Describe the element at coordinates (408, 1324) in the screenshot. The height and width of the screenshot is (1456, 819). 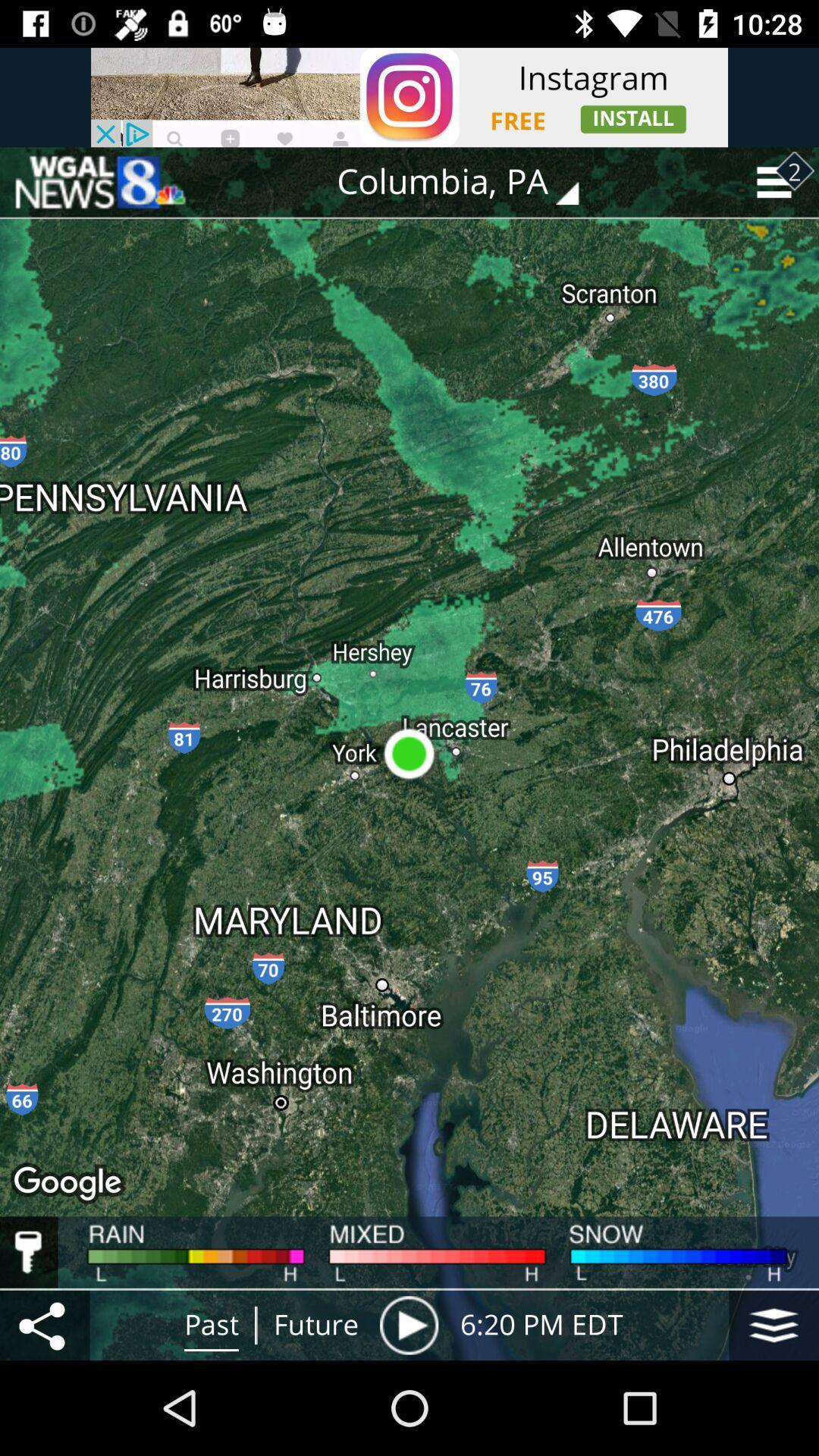
I see `the video` at that location.